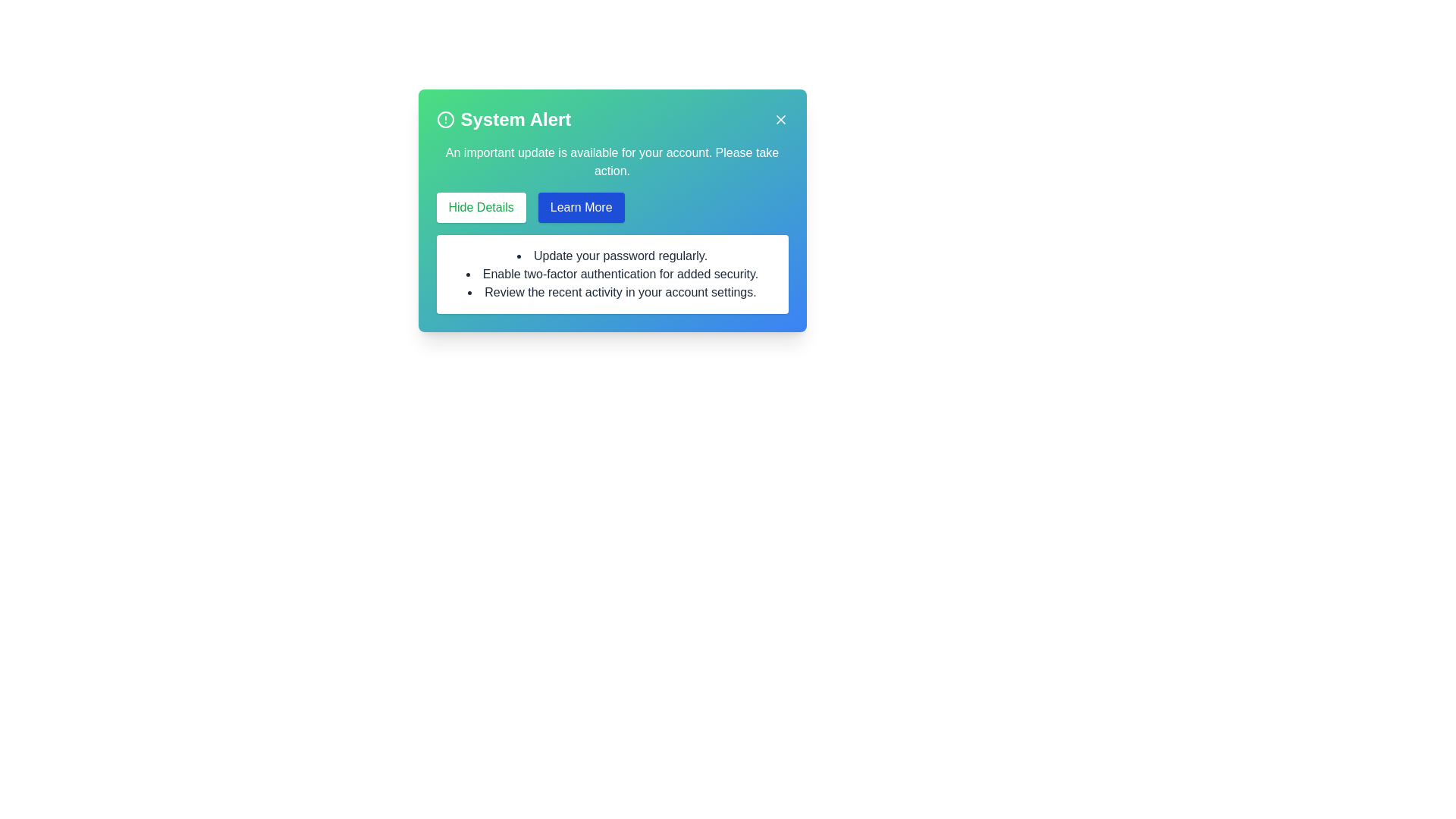 This screenshot has height=819, width=1456. What do you see at coordinates (580, 207) in the screenshot?
I see `the 'Learn More' button, which has a blue background and white text` at bounding box center [580, 207].